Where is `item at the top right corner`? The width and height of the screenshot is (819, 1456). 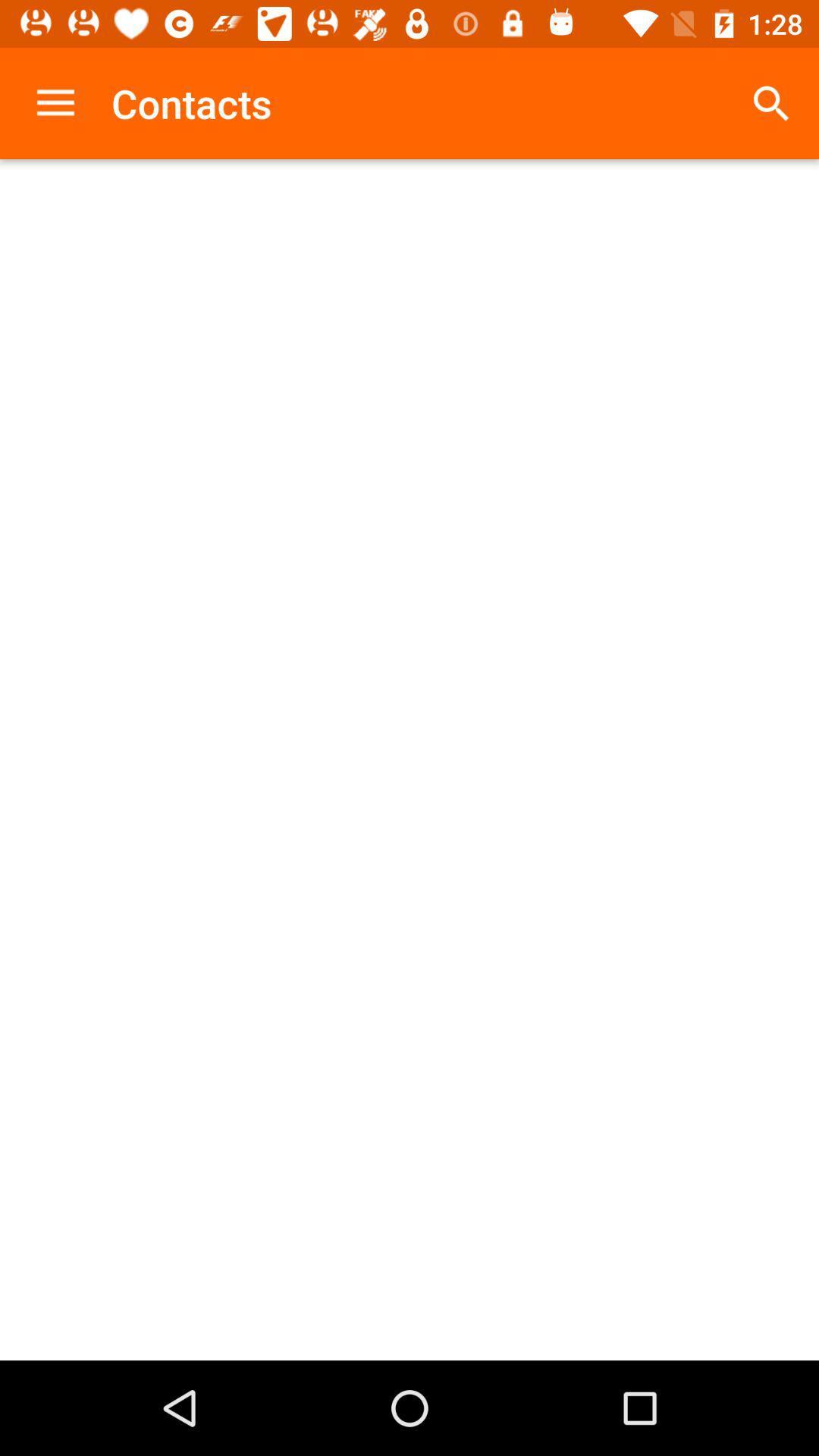 item at the top right corner is located at coordinates (771, 102).